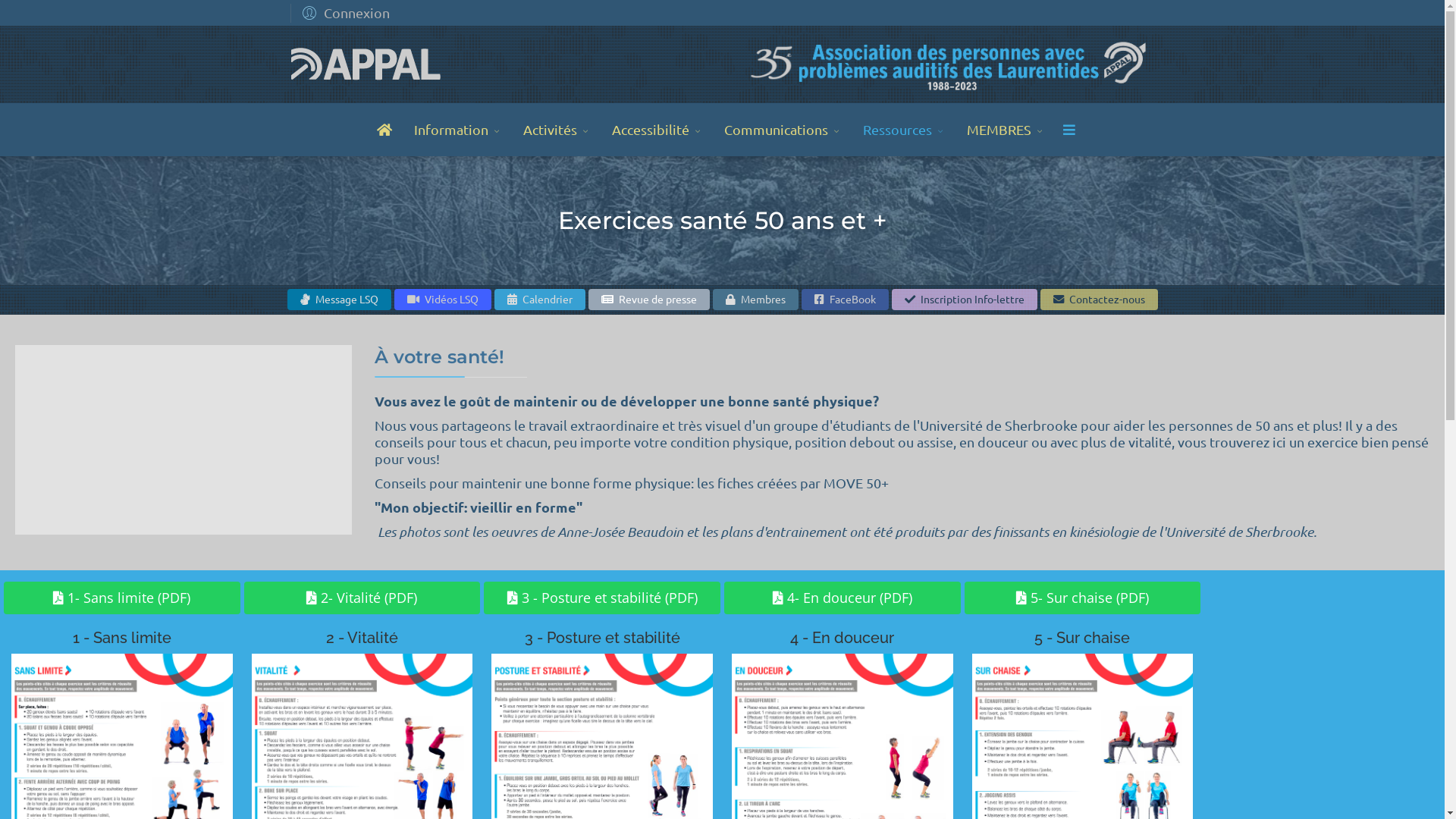 The image size is (1456, 819). I want to click on 'Calendrier', so click(494, 299).